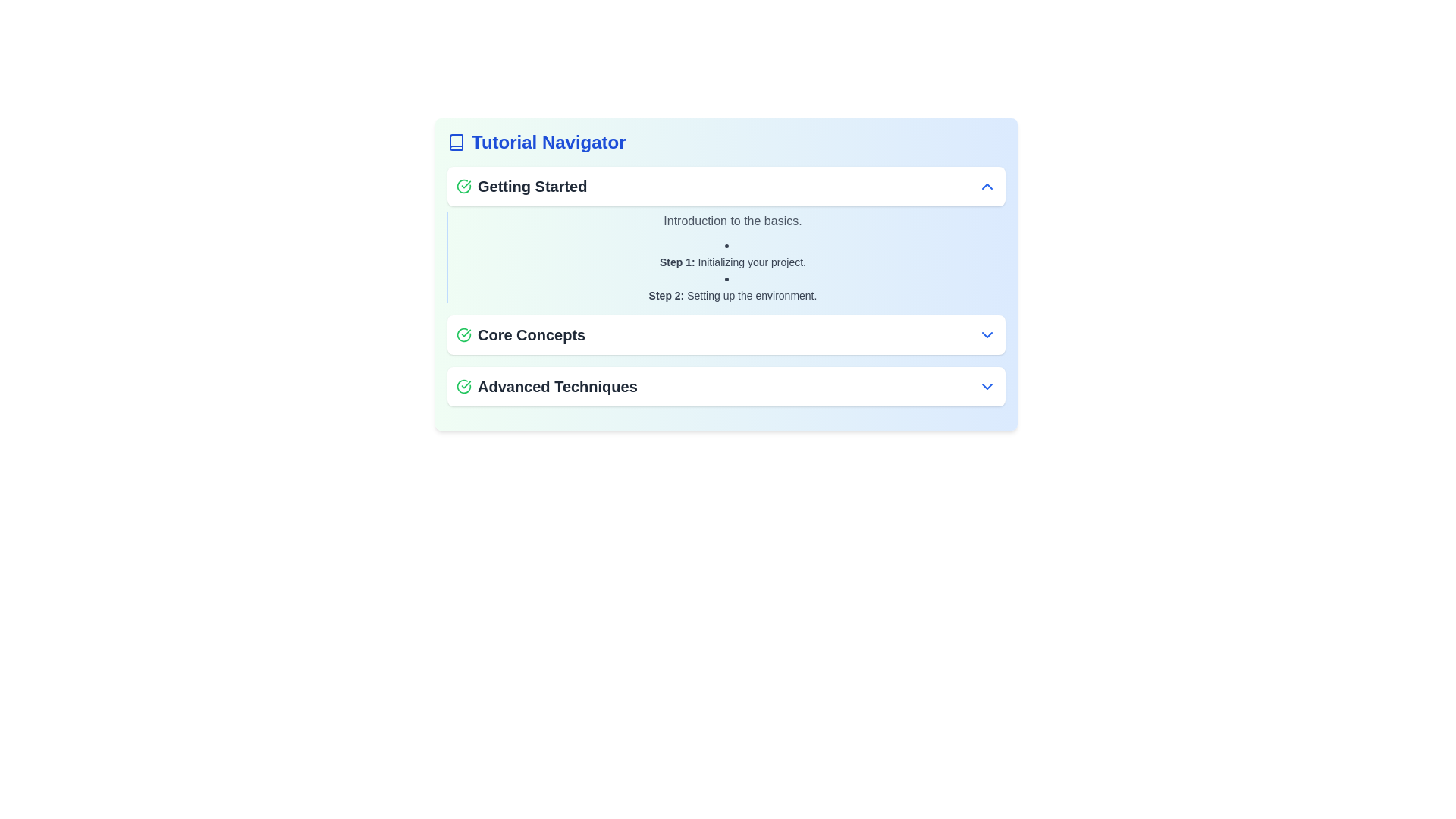 The image size is (1456, 819). What do you see at coordinates (733, 221) in the screenshot?
I see `the static introductory text indicating the topic of the tutorial steps, which is located under the heading 'Getting Started' in the tutorial step navigator` at bounding box center [733, 221].